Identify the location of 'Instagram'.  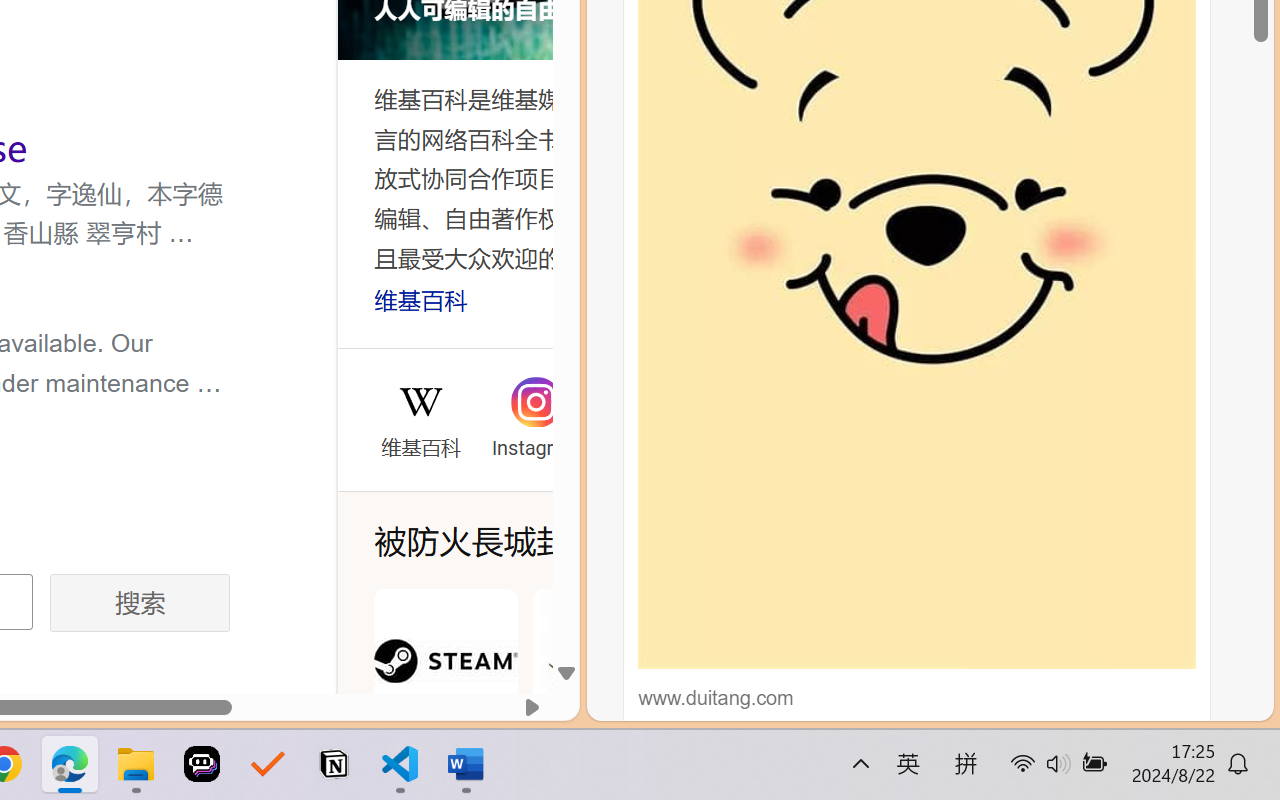
(535, 443).